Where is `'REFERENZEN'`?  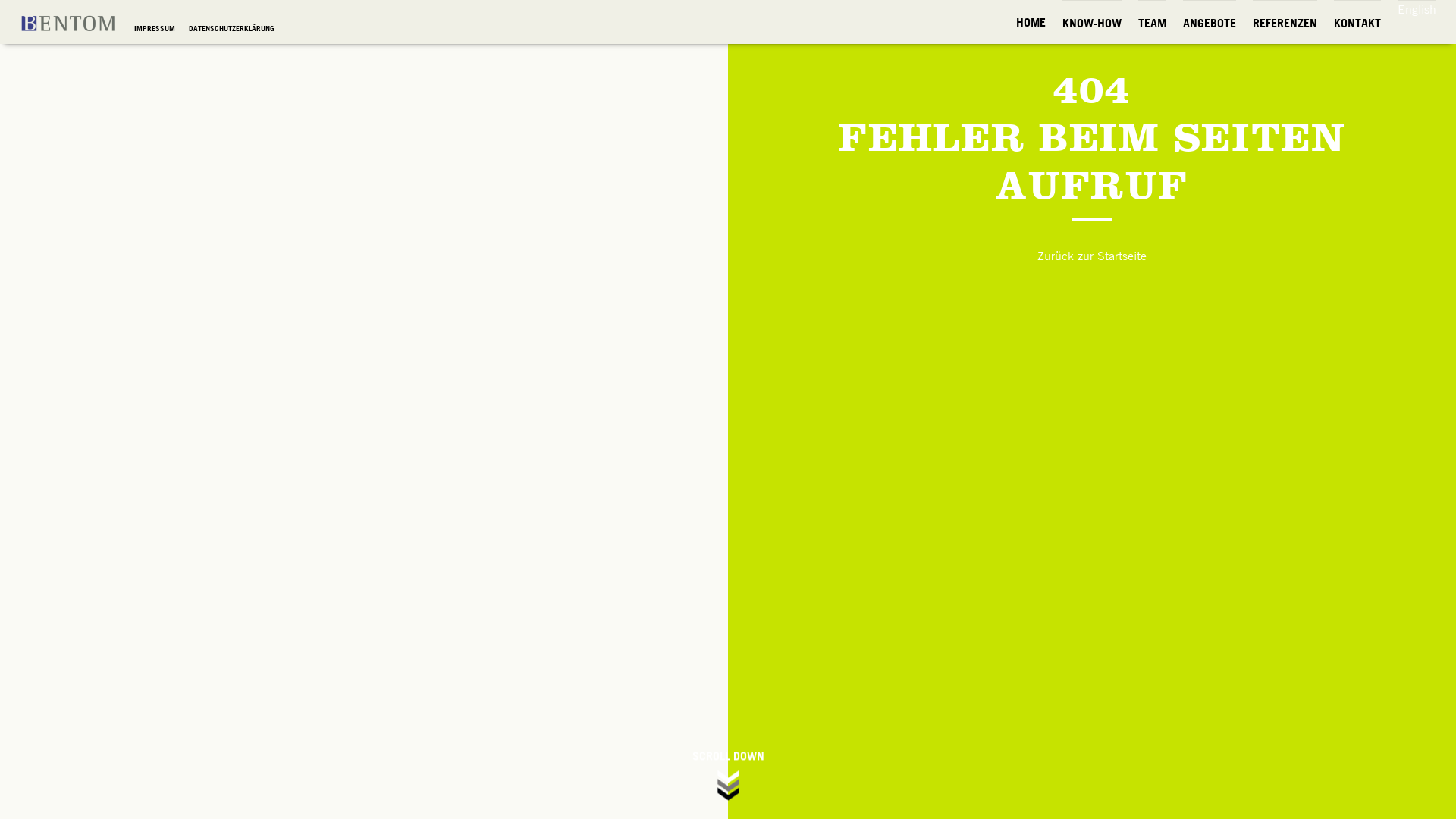
'REFERENZEN' is located at coordinates (1284, 23).